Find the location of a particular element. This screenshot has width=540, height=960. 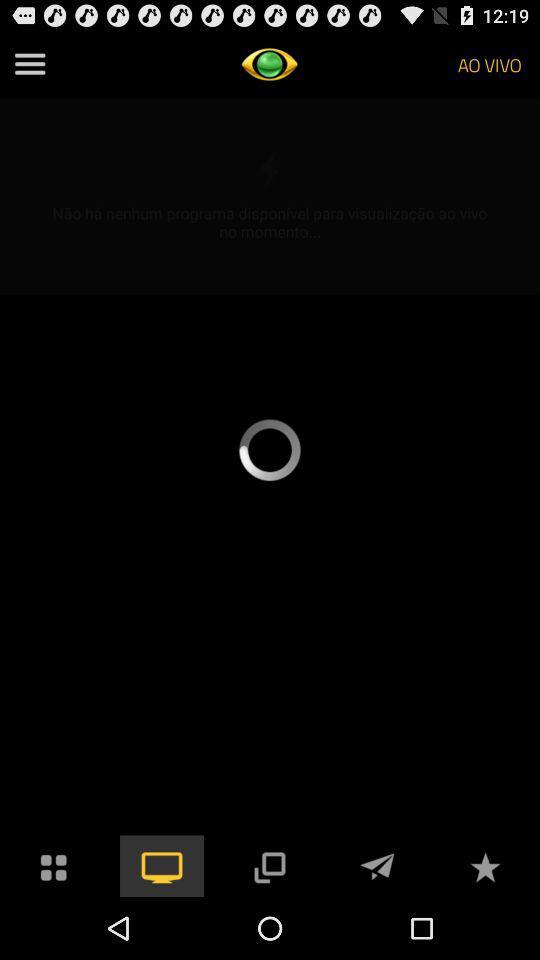

the menu icon is located at coordinates (29, 68).